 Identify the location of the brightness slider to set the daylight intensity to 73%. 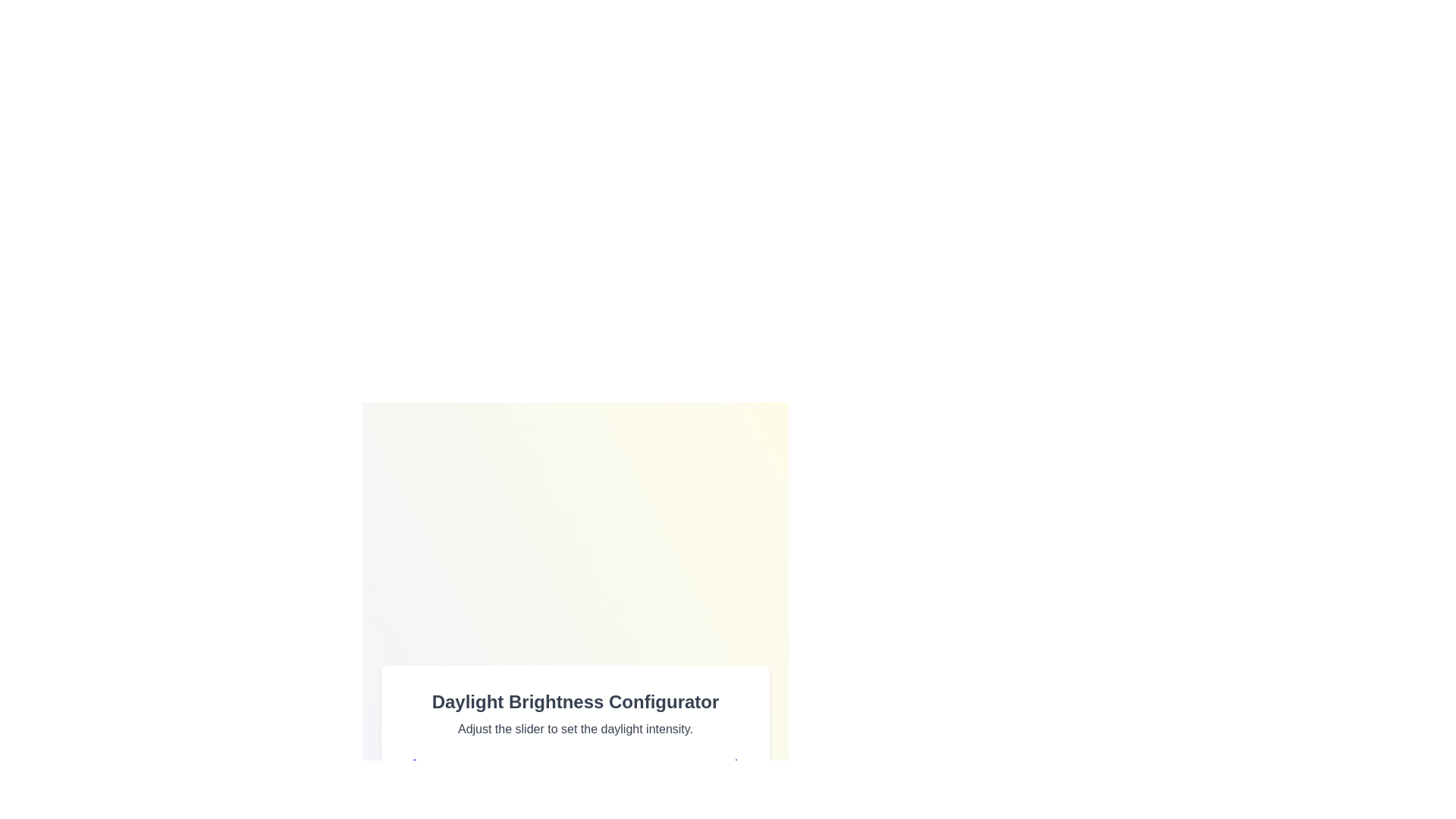
(654, 800).